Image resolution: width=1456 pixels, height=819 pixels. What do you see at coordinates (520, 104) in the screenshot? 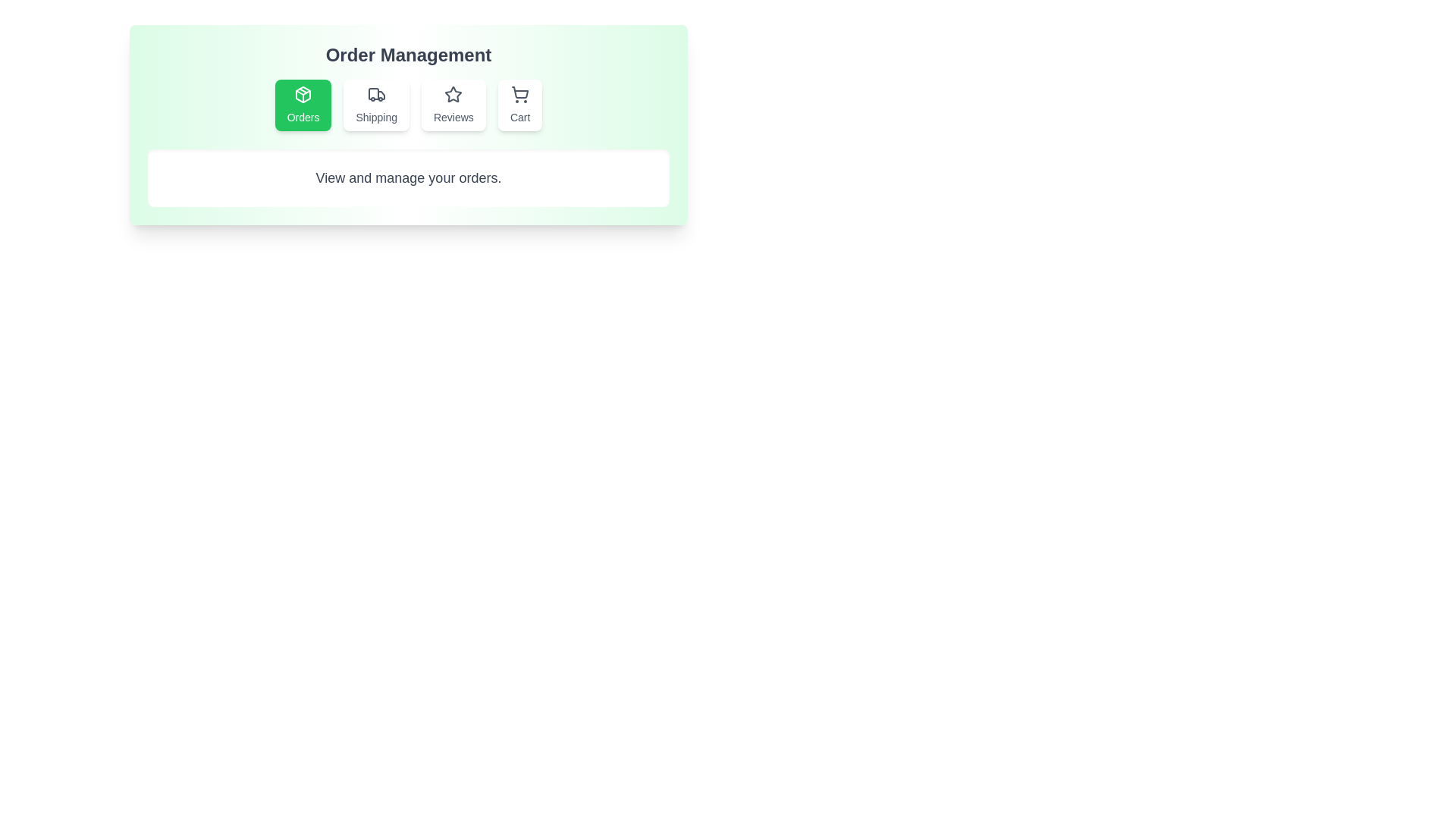
I see `the cart button located at the far-right of the button group` at bounding box center [520, 104].